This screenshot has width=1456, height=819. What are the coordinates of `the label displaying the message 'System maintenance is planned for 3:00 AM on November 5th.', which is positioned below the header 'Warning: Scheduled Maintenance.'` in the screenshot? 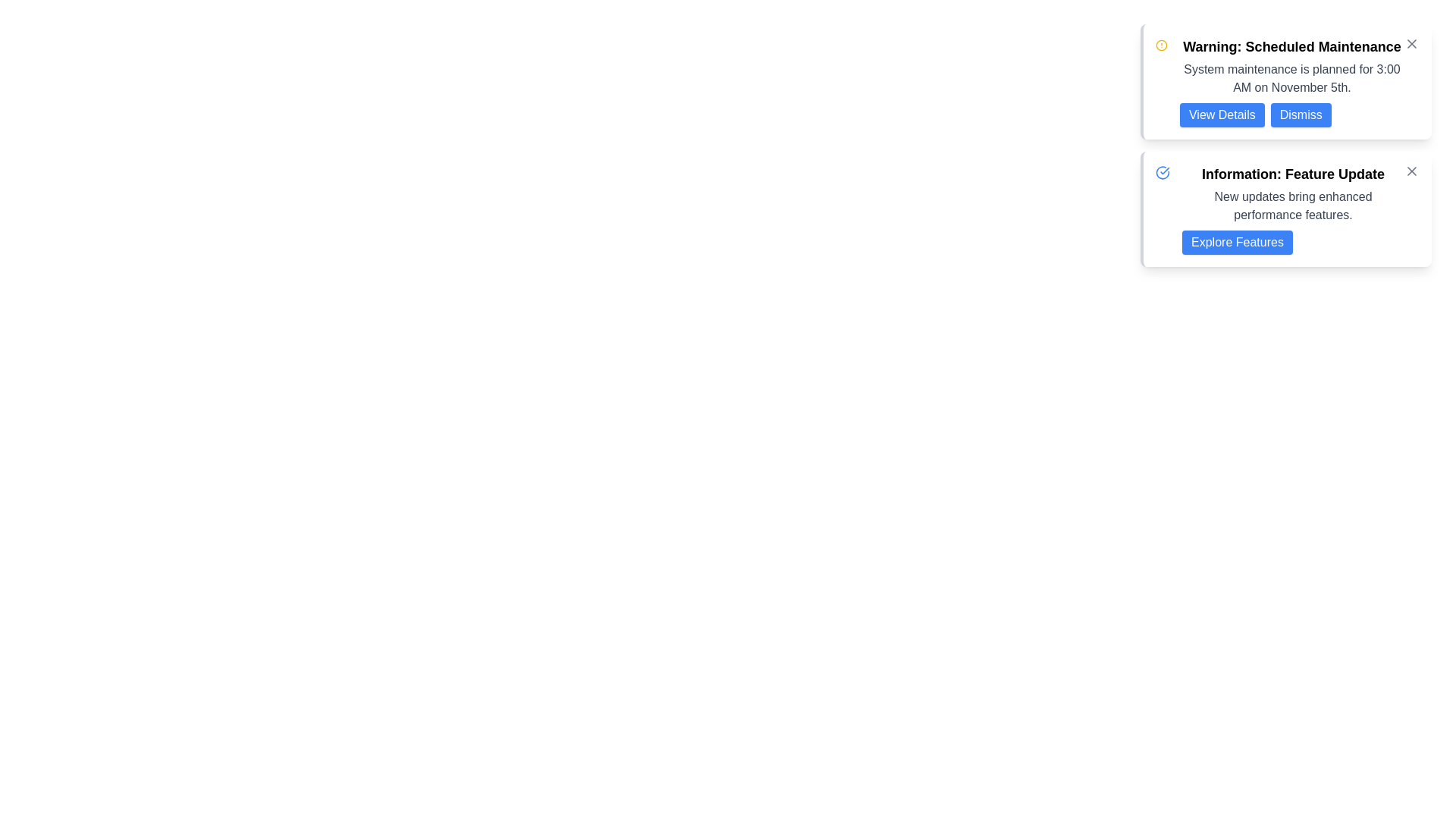 It's located at (1291, 79).